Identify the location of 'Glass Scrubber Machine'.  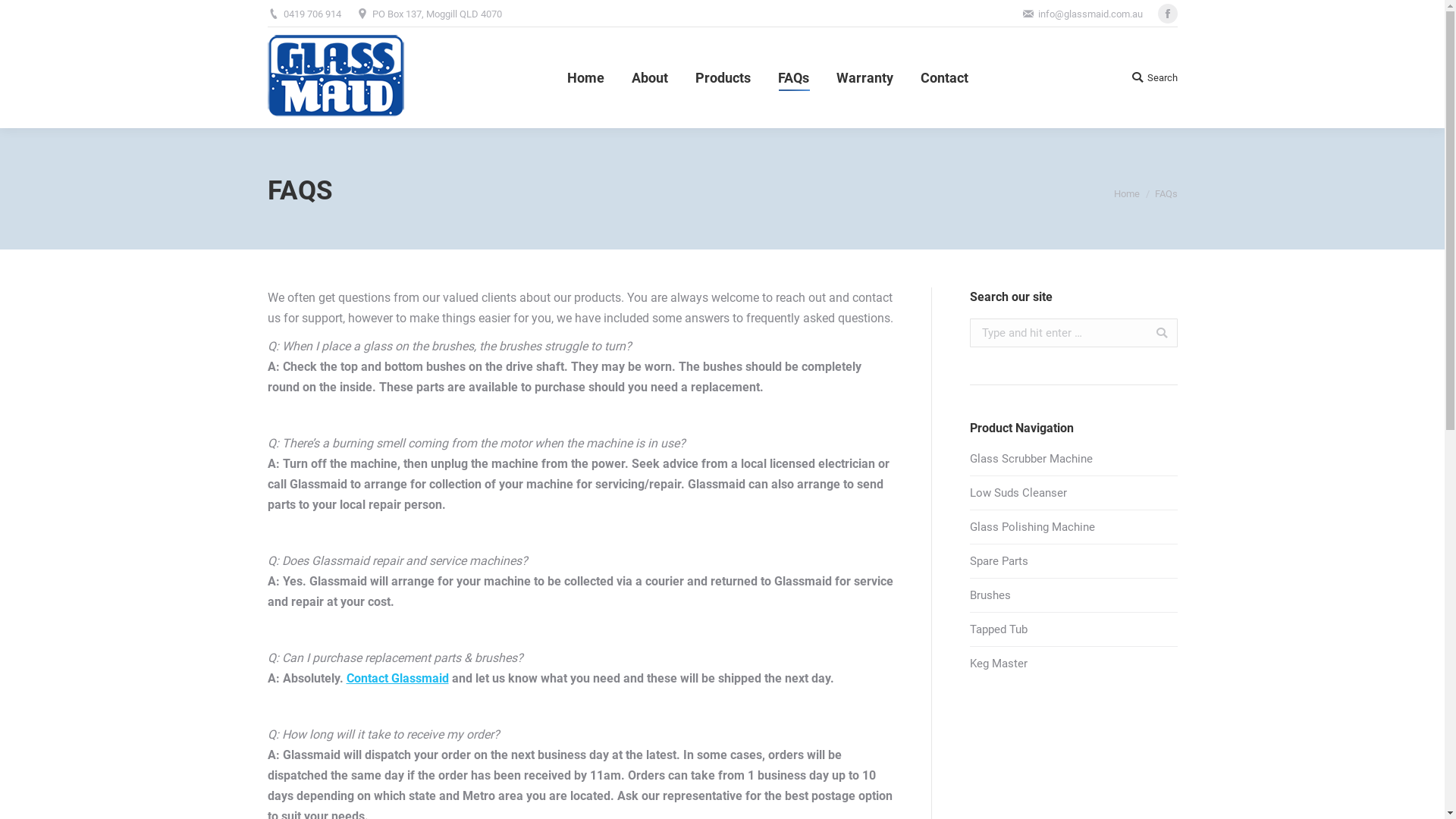
(1030, 458).